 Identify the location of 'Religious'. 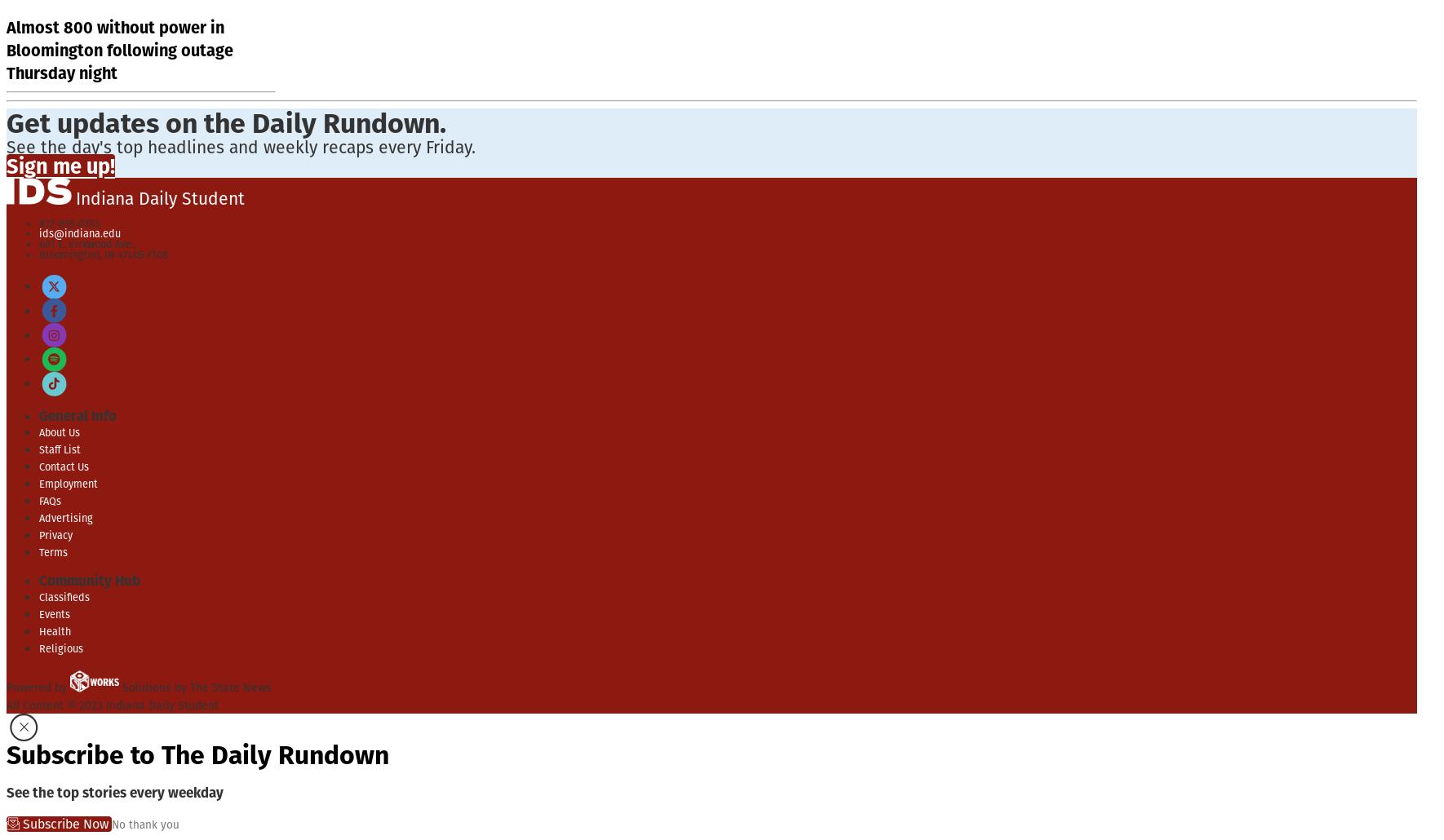
(60, 648).